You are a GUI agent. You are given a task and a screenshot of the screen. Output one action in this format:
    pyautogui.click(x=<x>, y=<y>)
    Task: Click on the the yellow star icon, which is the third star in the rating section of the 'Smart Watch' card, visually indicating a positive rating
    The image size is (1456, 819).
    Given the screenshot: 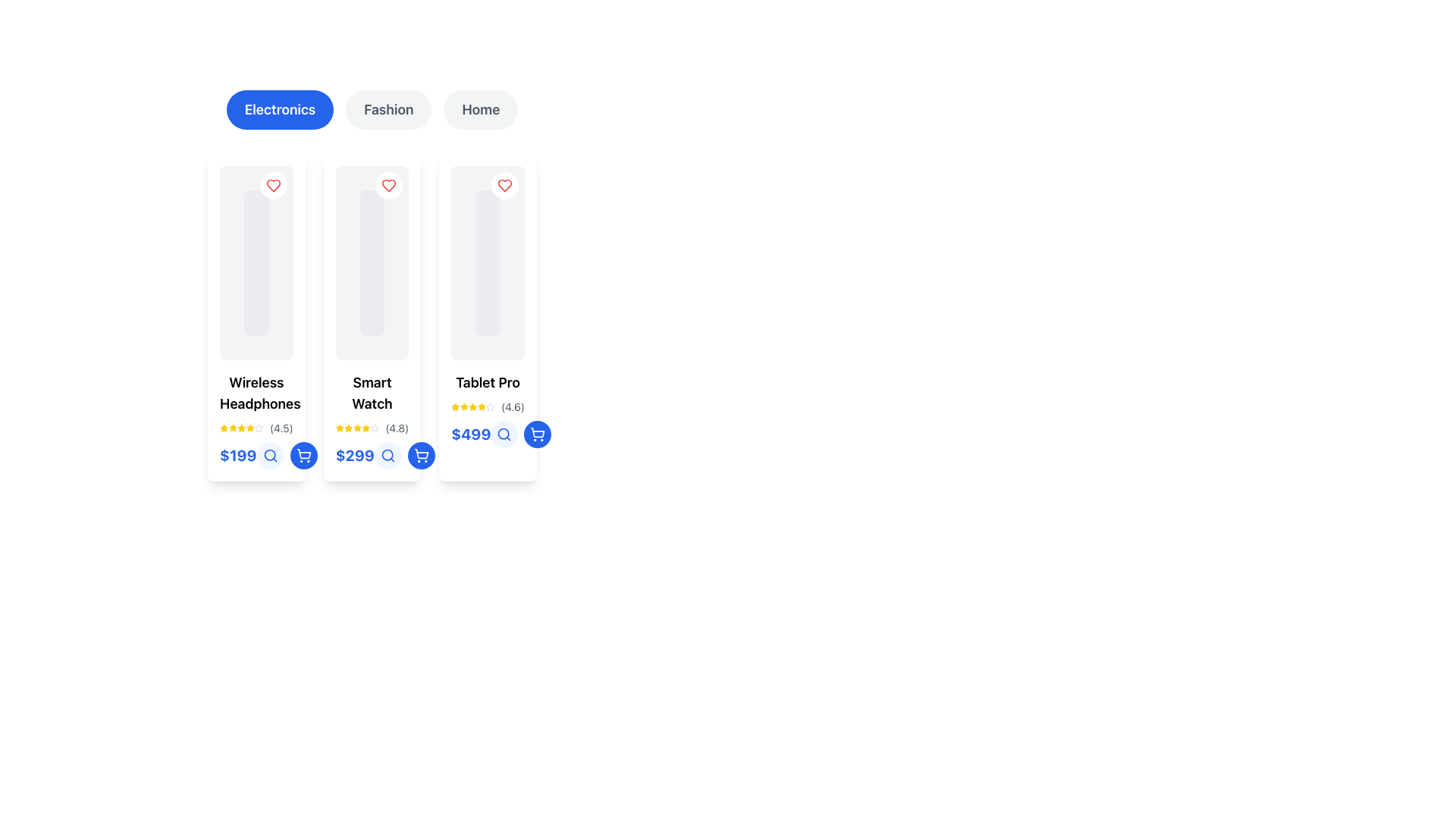 What is the action you would take?
    pyautogui.click(x=347, y=428)
    